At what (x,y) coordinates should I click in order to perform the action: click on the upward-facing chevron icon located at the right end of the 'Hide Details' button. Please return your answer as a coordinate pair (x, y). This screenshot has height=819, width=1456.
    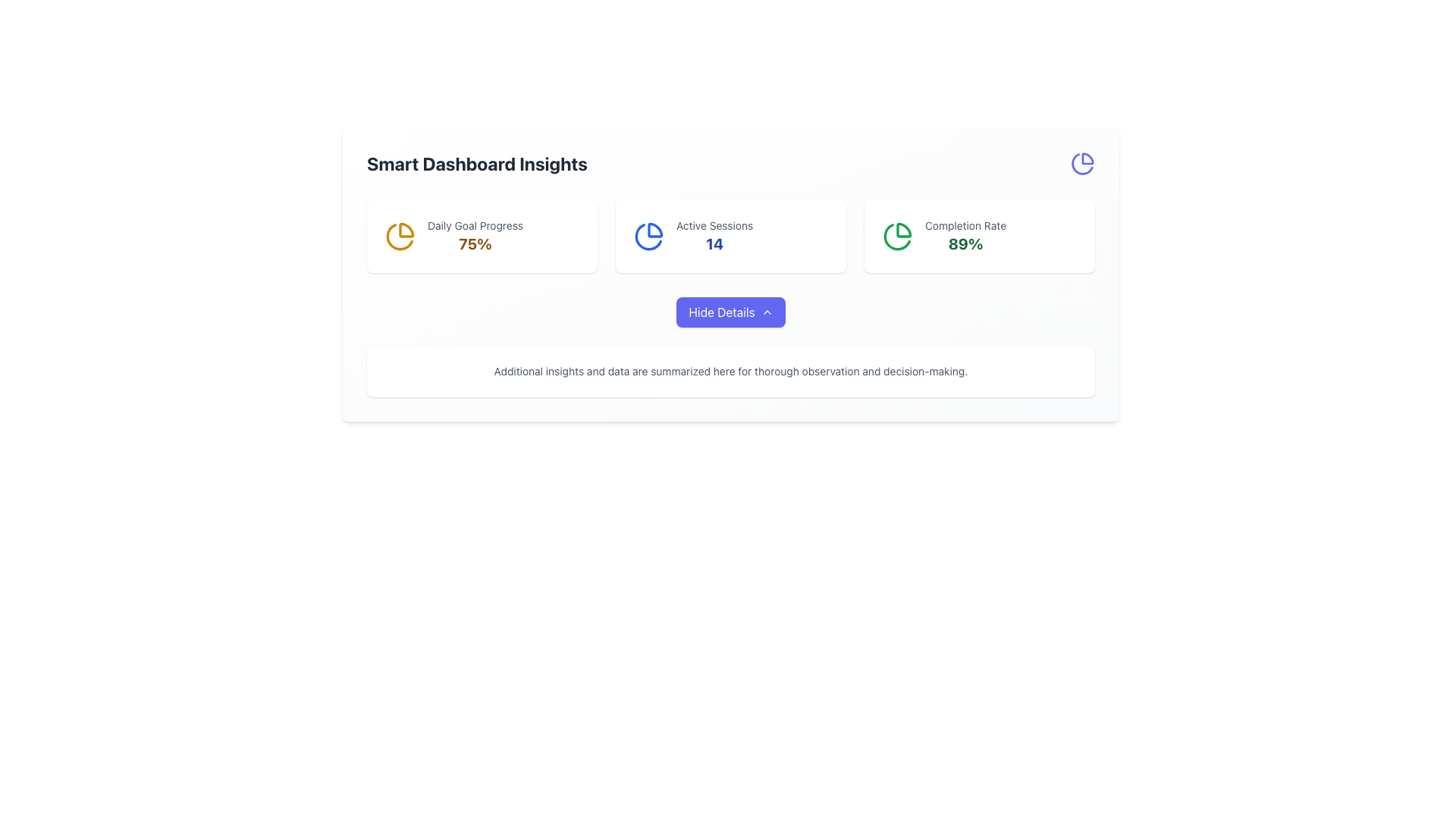
    Looking at the image, I should click on (767, 312).